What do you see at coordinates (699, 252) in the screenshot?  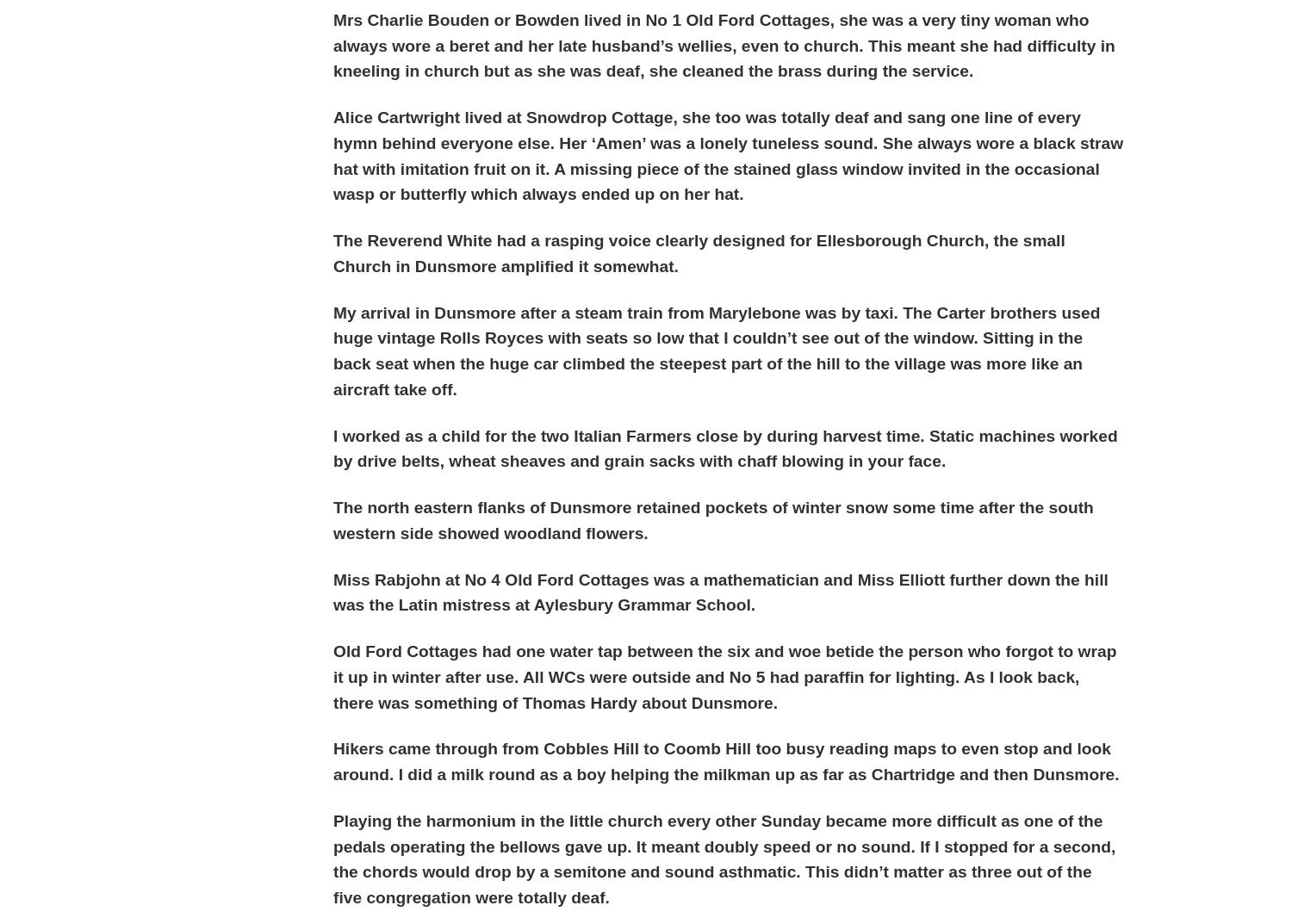 I see `'The Reverend White had a rasping voice clearly designed for Ellesborough Church, the small Church in Dunsmore amplified it somewhat.'` at bounding box center [699, 252].